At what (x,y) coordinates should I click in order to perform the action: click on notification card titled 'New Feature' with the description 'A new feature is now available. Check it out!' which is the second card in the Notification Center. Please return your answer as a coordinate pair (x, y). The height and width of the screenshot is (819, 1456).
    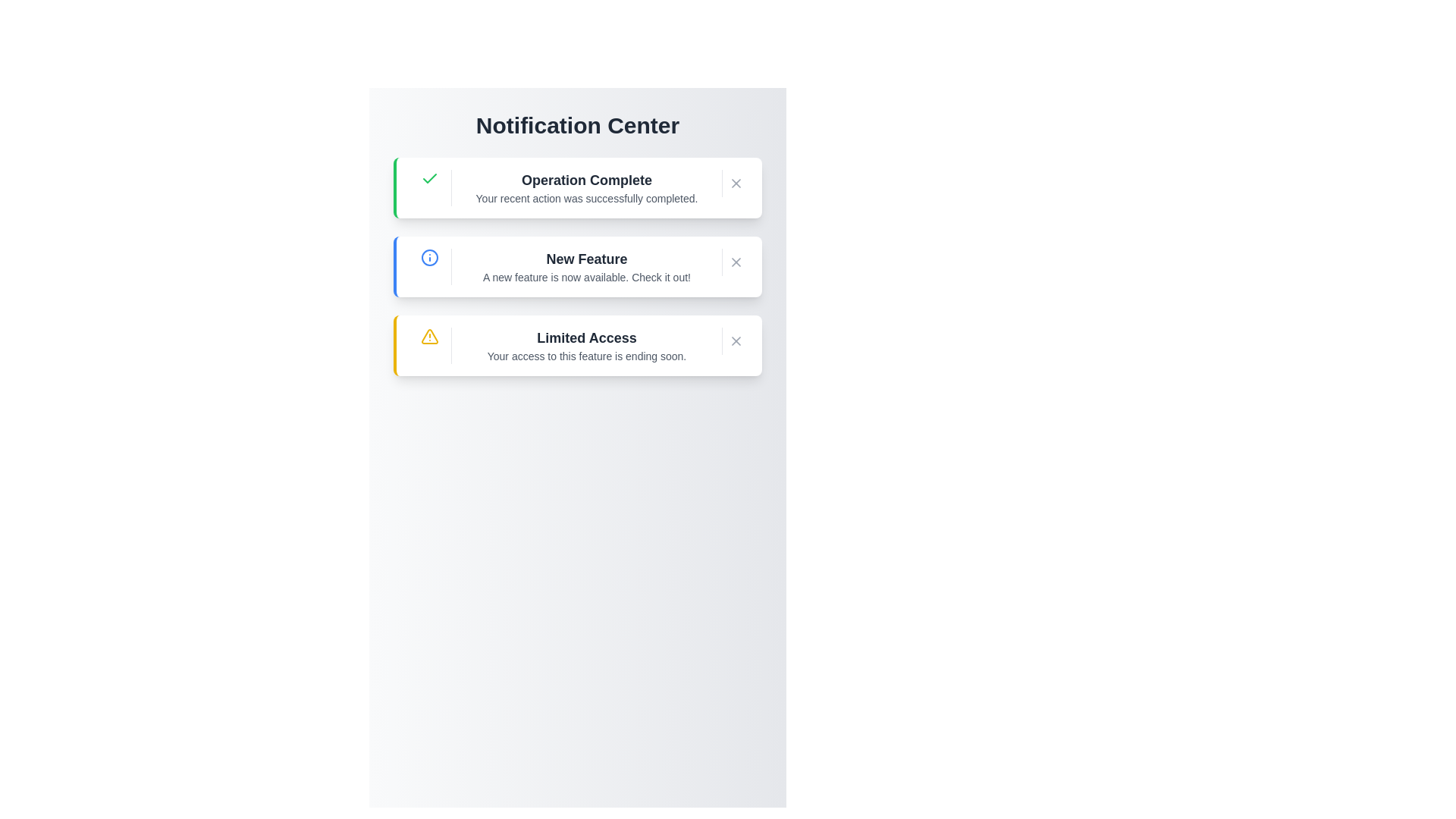
    Looking at the image, I should click on (577, 265).